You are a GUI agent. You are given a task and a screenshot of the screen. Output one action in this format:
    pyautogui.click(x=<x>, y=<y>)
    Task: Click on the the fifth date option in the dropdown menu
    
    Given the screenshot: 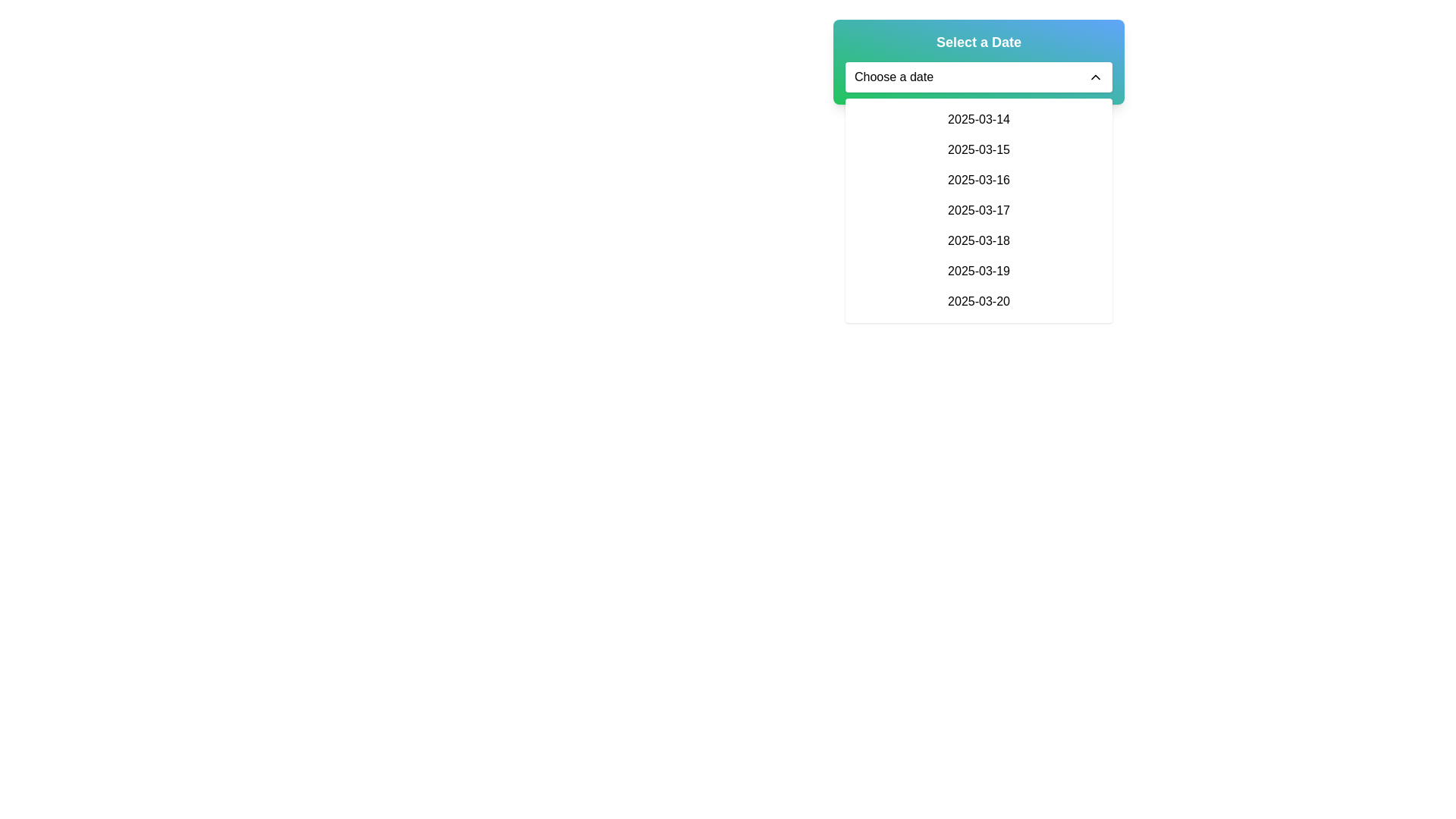 What is the action you would take?
    pyautogui.click(x=979, y=240)
    